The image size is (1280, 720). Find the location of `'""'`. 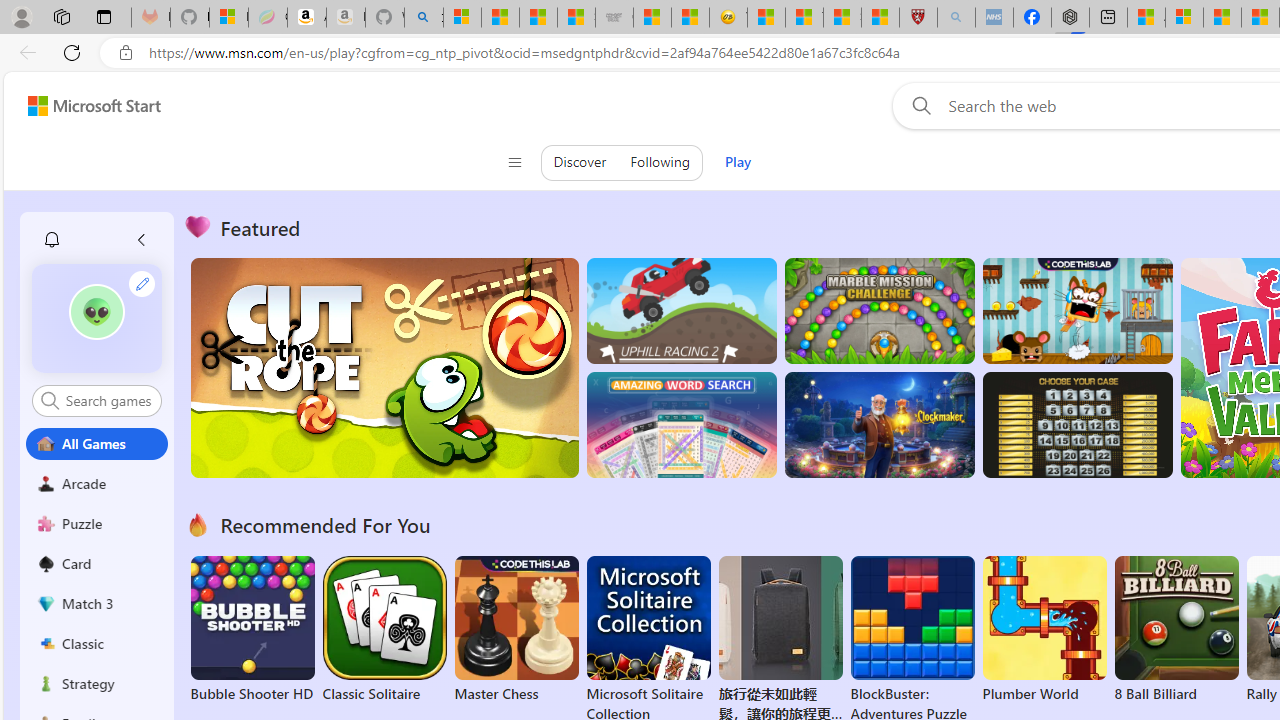

'""' is located at coordinates (95, 312).